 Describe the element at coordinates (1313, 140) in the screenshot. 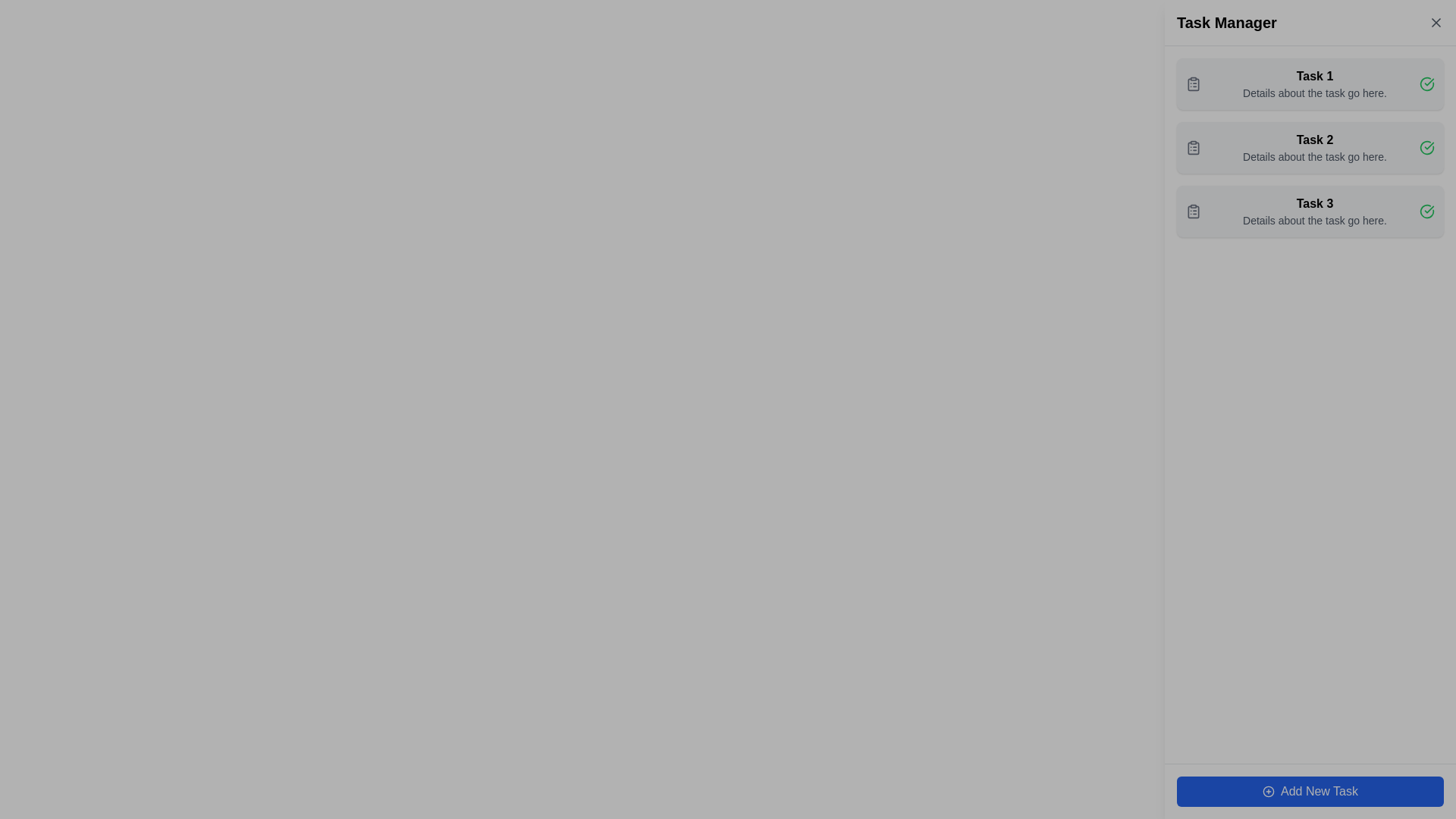

I see `the text label that serves as the title for a task entry` at that location.